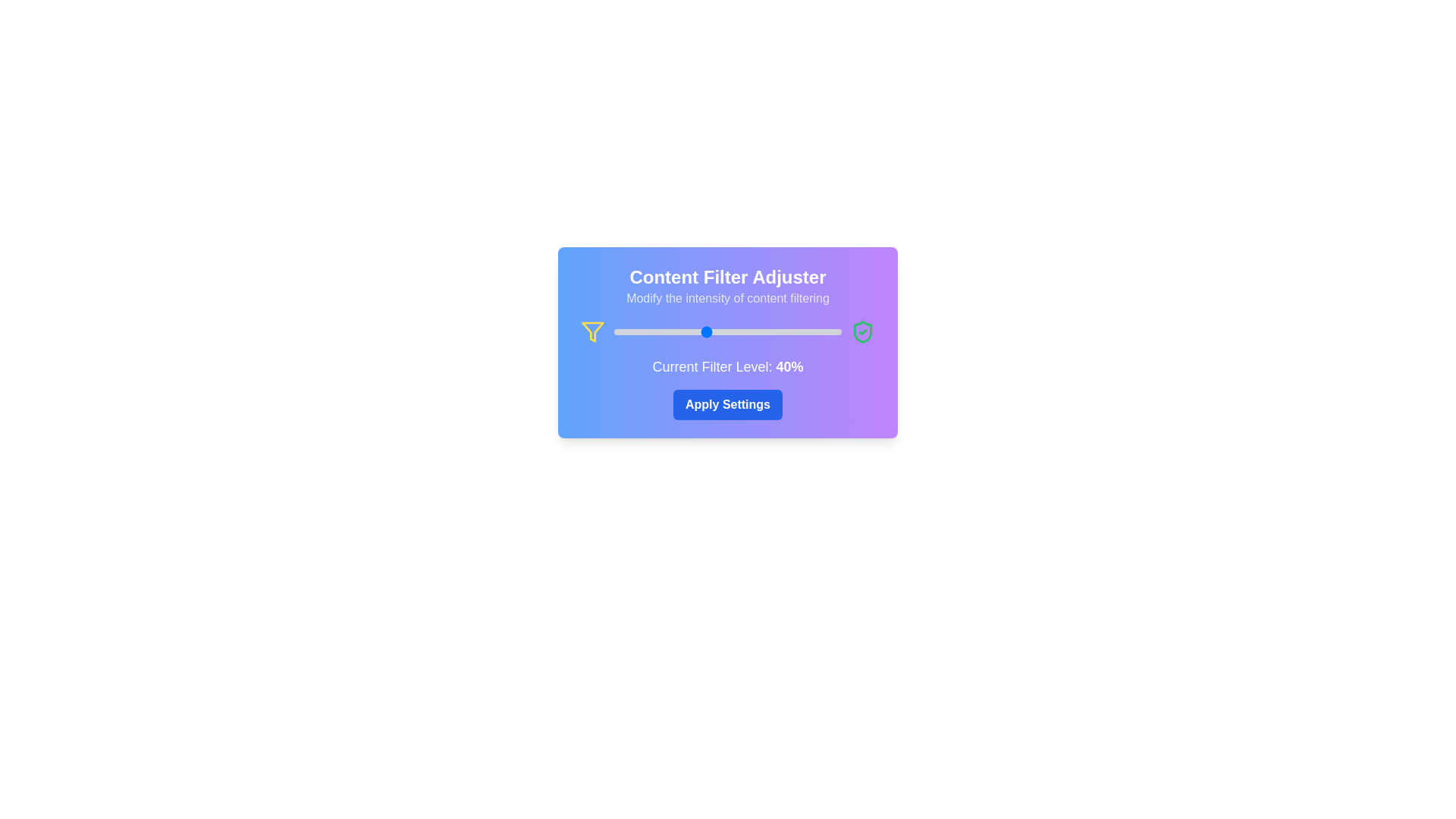  Describe the element at coordinates (645, 331) in the screenshot. I see `the slider to set the filter level to 14%` at that location.